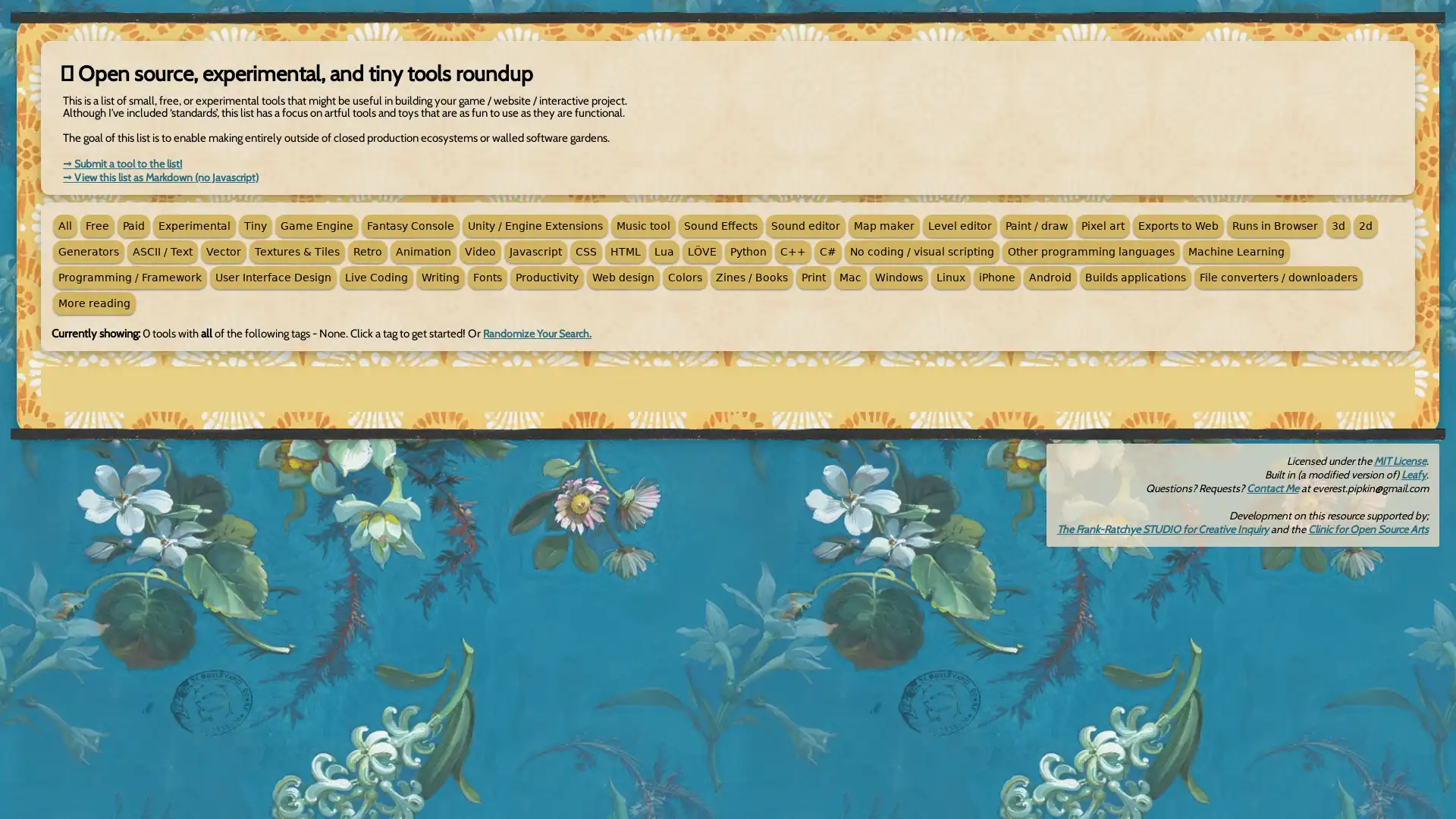 The image size is (1456, 819). I want to click on LOVE, so click(701, 250).